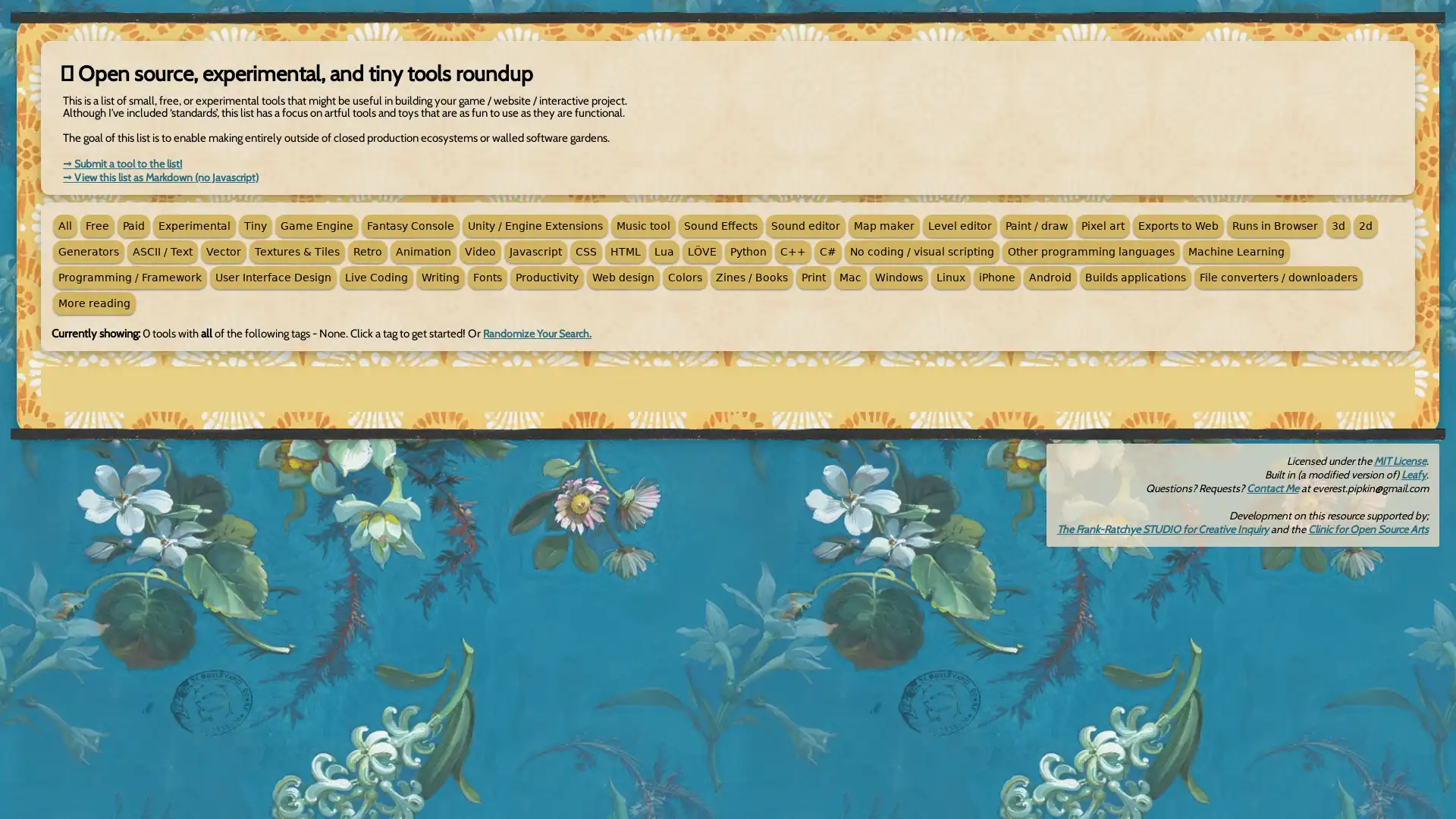 The image size is (1456, 819). I want to click on LOVE, so click(701, 250).